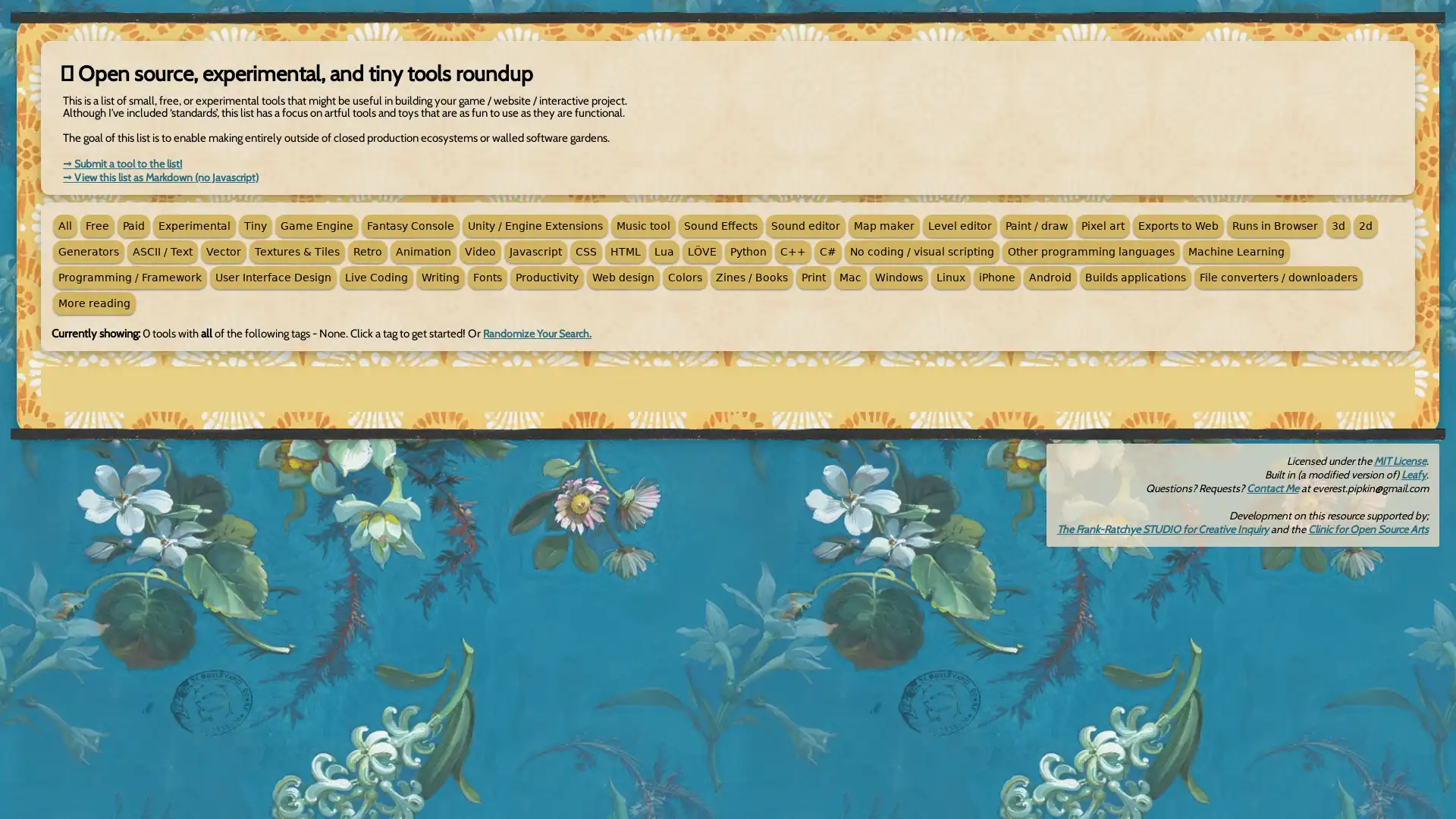 The image size is (1456, 819). I want to click on LOVE, so click(701, 250).